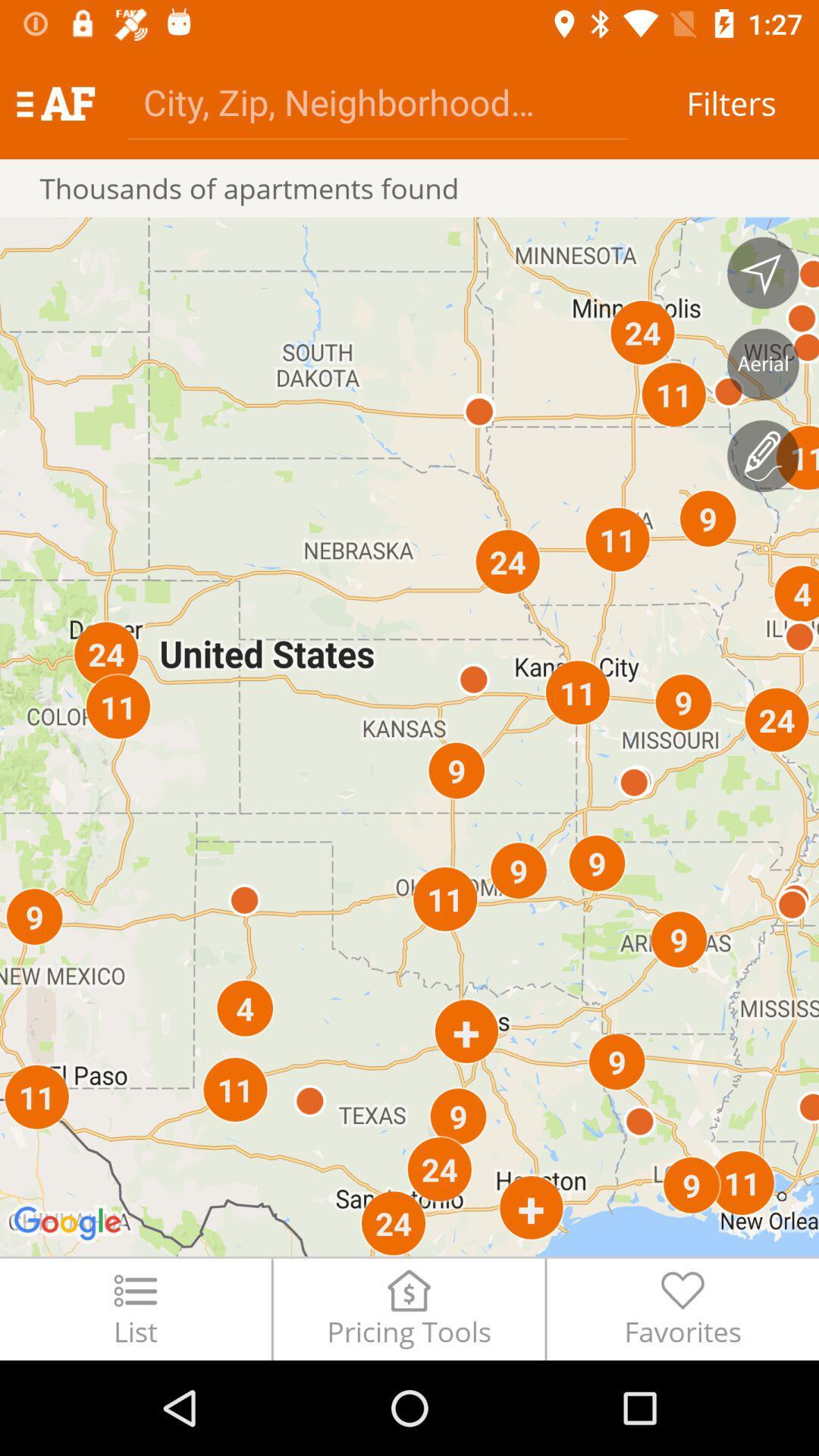 This screenshot has width=819, height=1456. What do you see at coordinates (55, 102) in the screenshot?
I see `icon above the thousands of apartments icon` at bounding box center [55, 102].